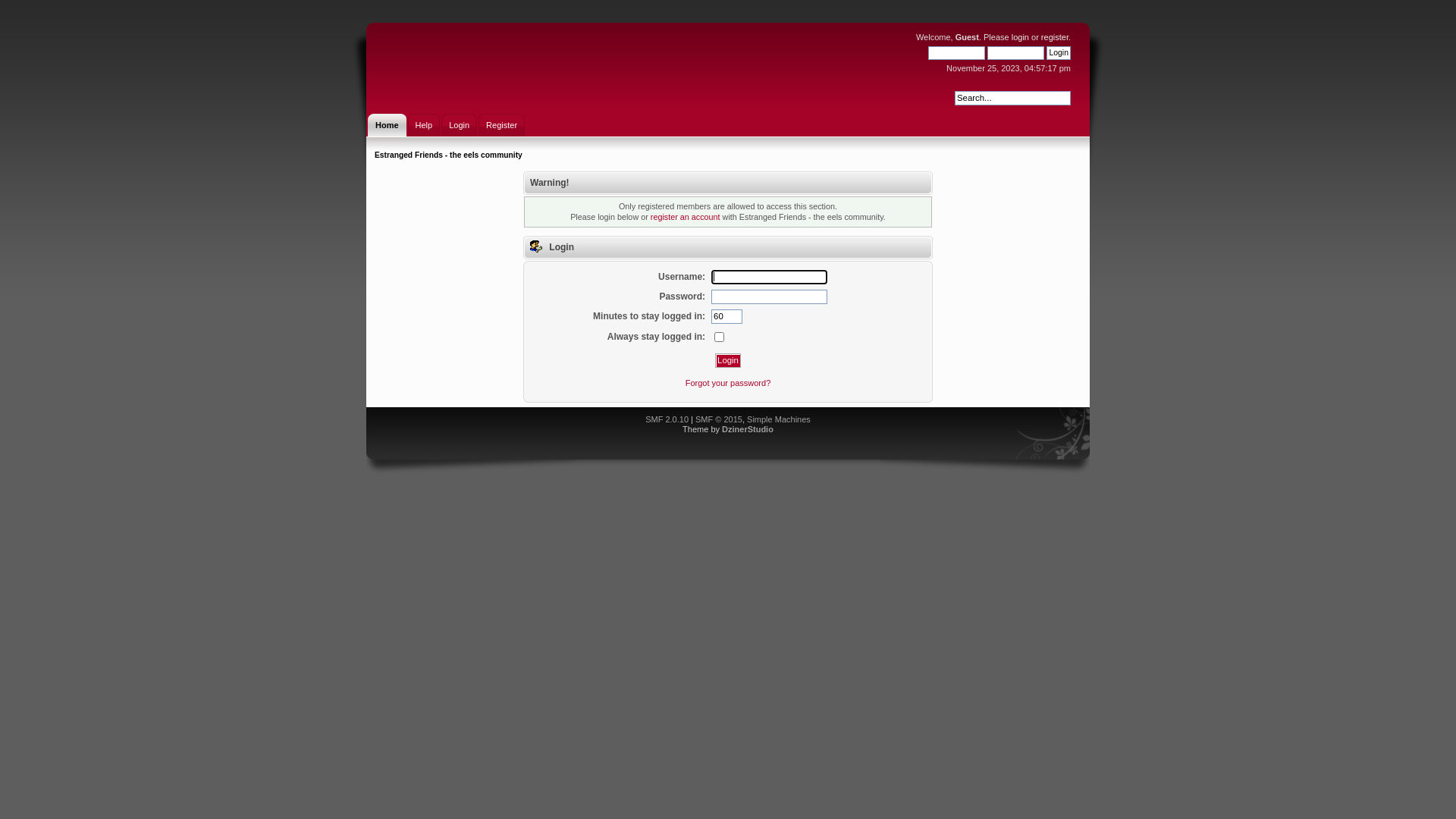 The height and width of the screenshot is (819, 1456). I want to click on 'DzinerStudio', so click(720, 429).